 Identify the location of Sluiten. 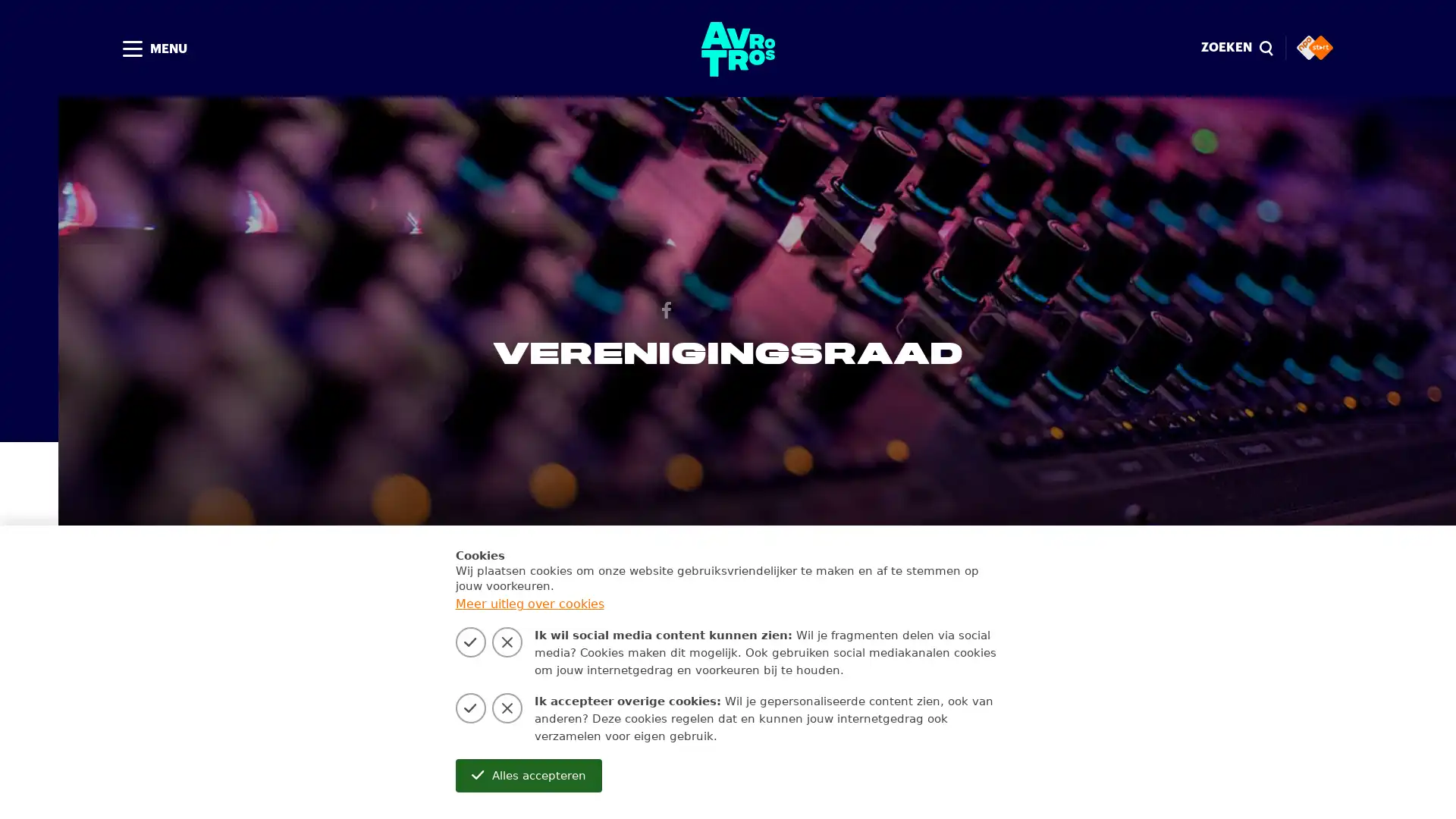
(1266, 49).